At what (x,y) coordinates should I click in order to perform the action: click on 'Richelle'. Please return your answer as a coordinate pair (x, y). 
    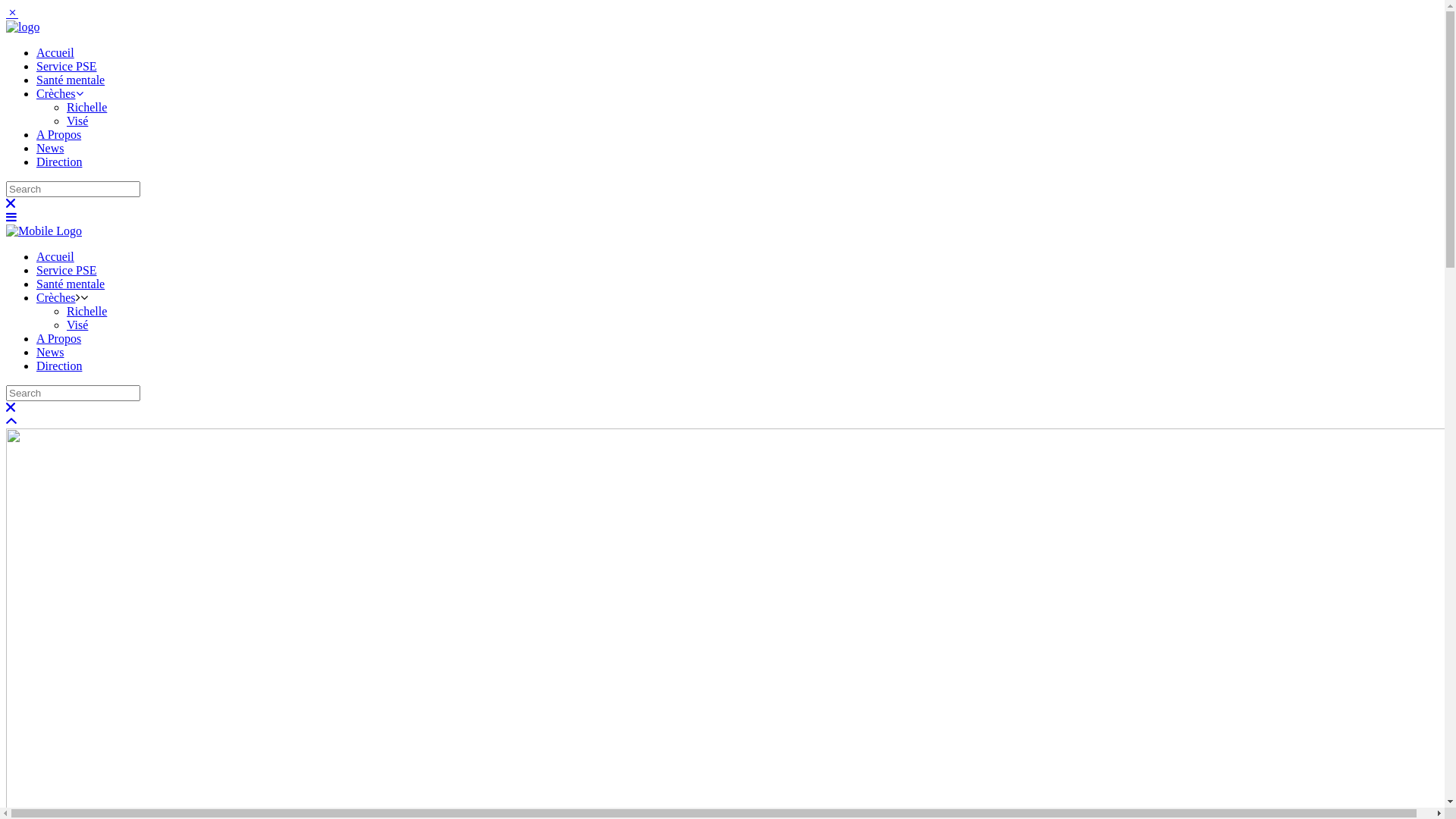
    Looking at the image, I should click on (86, 106).